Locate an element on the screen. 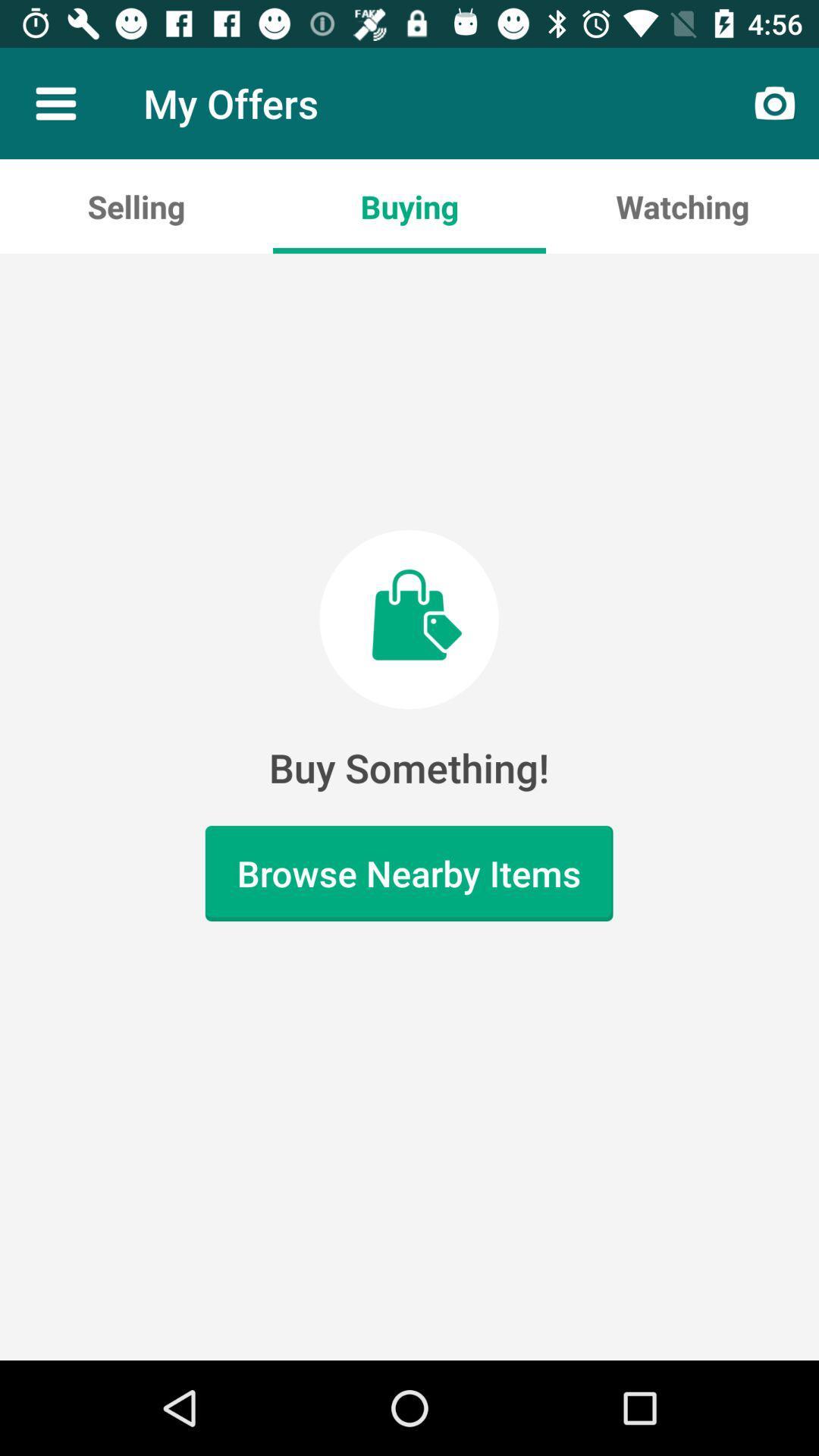  the item to the right of the selling app is located at coordinates (409, 206).